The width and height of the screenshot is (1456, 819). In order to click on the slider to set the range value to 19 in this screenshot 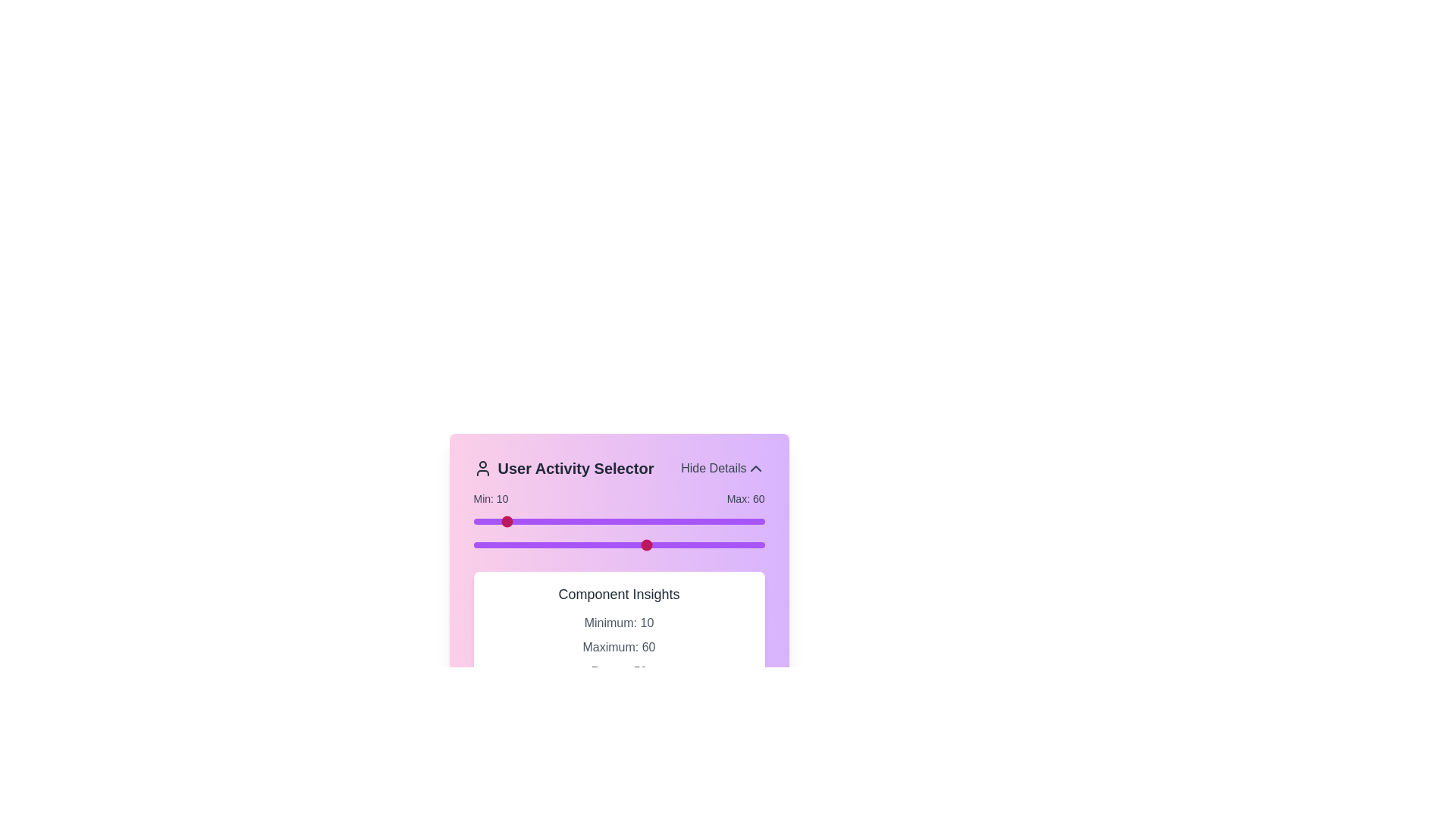, I will do `click(529, 520)`.